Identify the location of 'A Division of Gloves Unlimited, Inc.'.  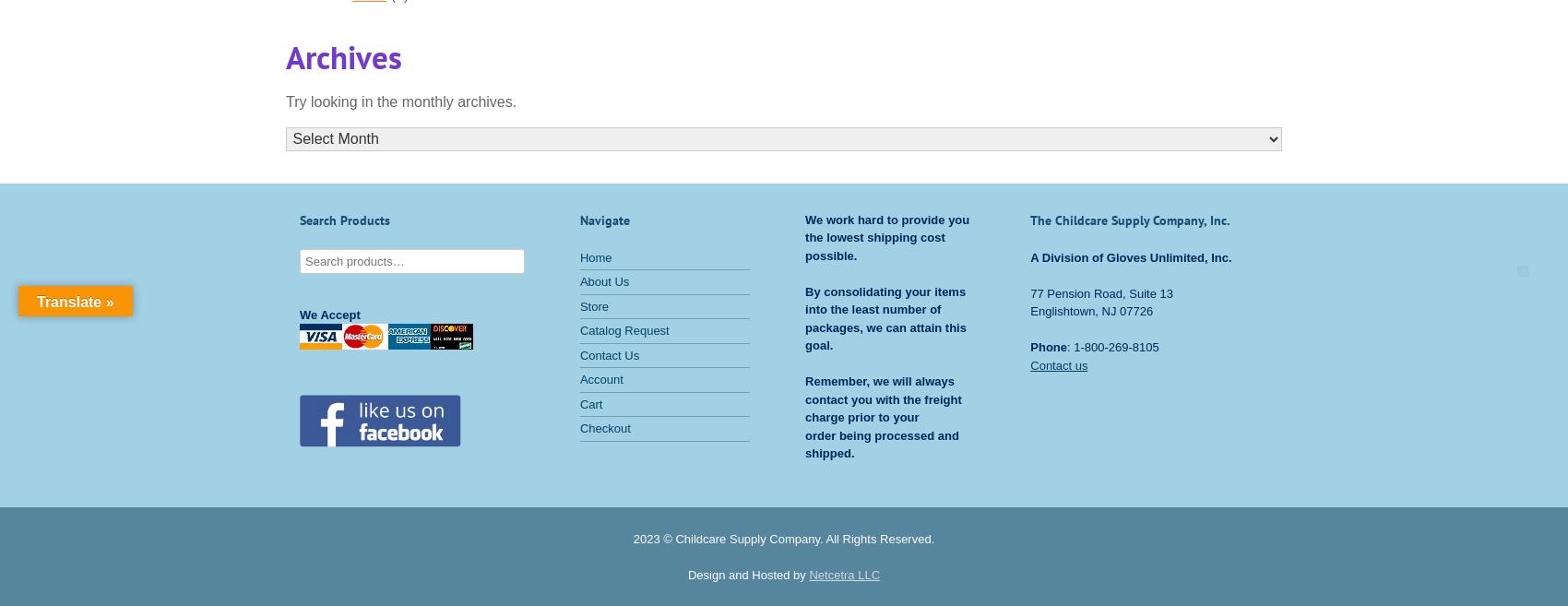
(1030, 255).